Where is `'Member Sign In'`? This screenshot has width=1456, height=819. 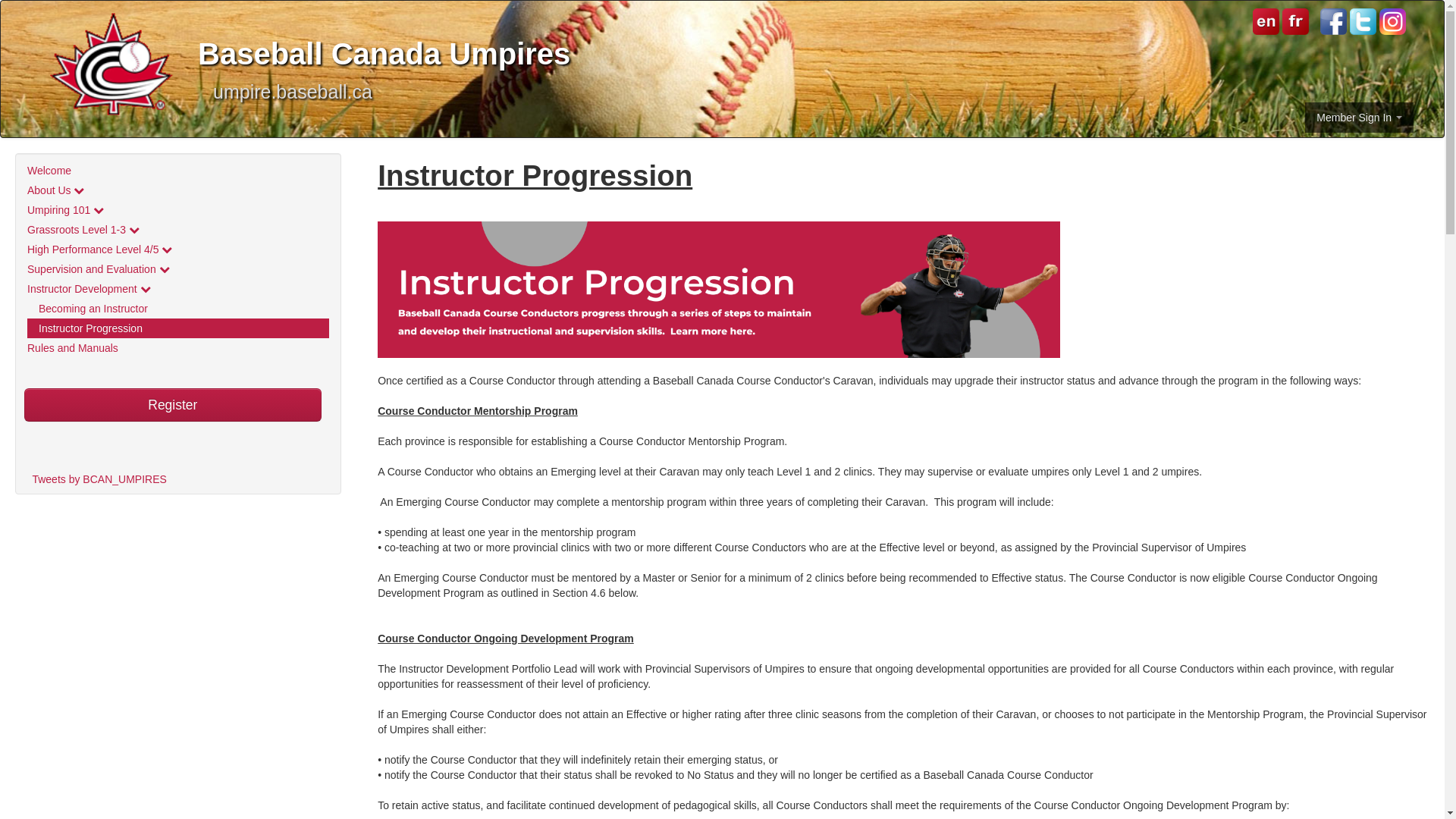 'Member Sign In' is located at coordinates (1359, 116).